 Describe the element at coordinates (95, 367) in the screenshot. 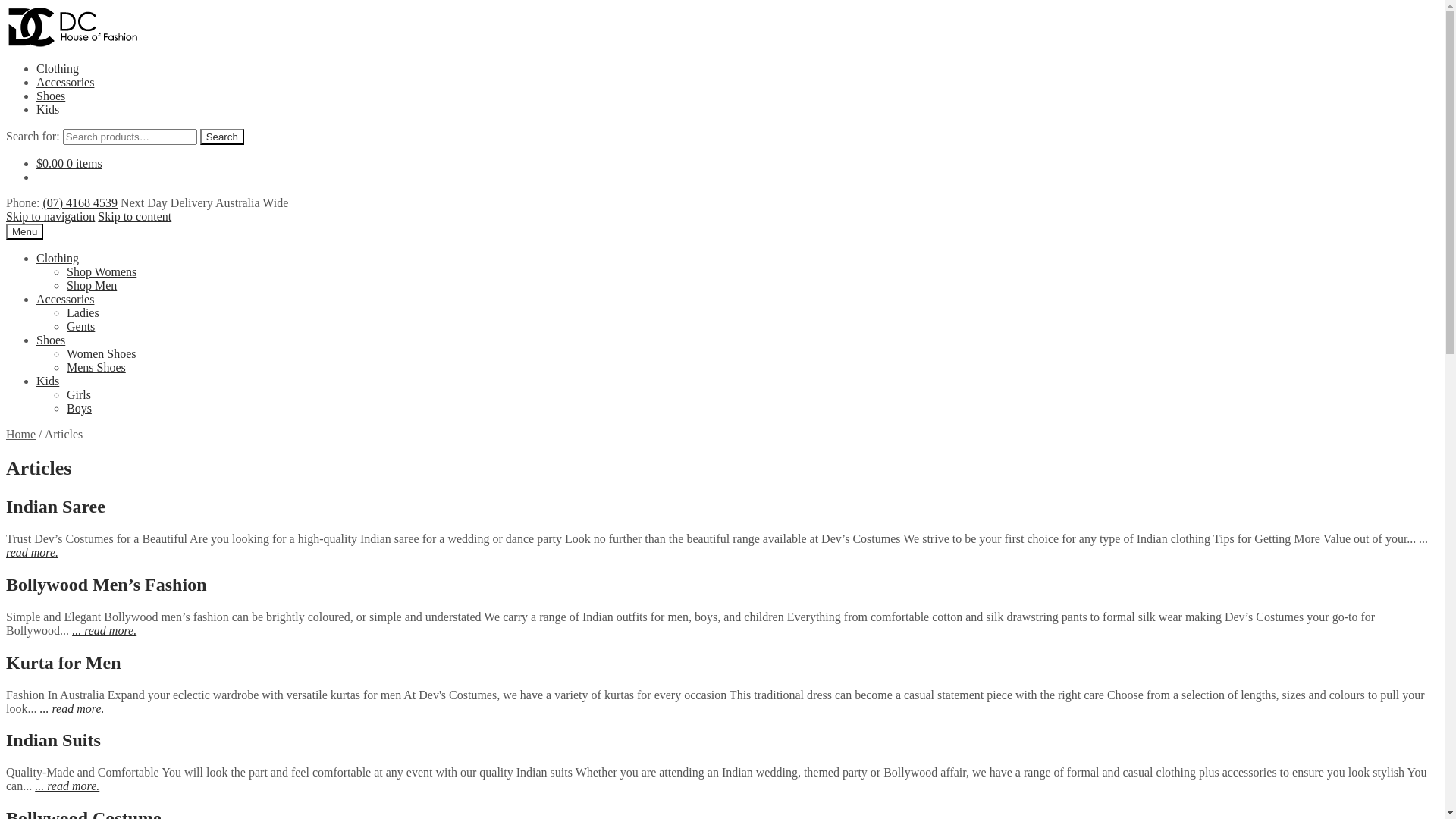

I see `'Mens Shoes'` at that location.